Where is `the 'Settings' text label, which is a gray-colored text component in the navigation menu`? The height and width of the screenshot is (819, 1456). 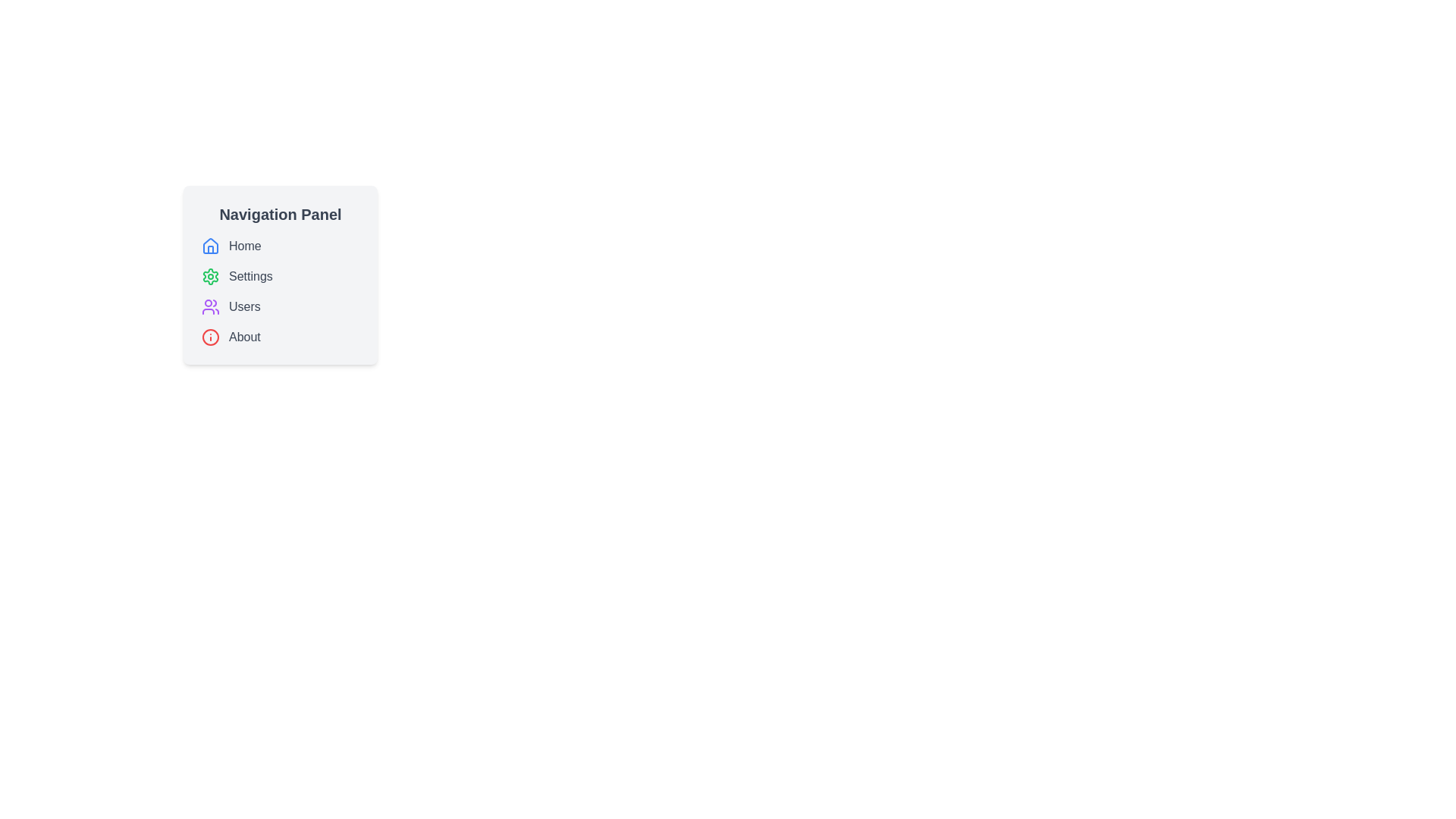 the 'Settings' text label, which is a gray-colored text component in the navigation menu is located at coordinates (250, 277).